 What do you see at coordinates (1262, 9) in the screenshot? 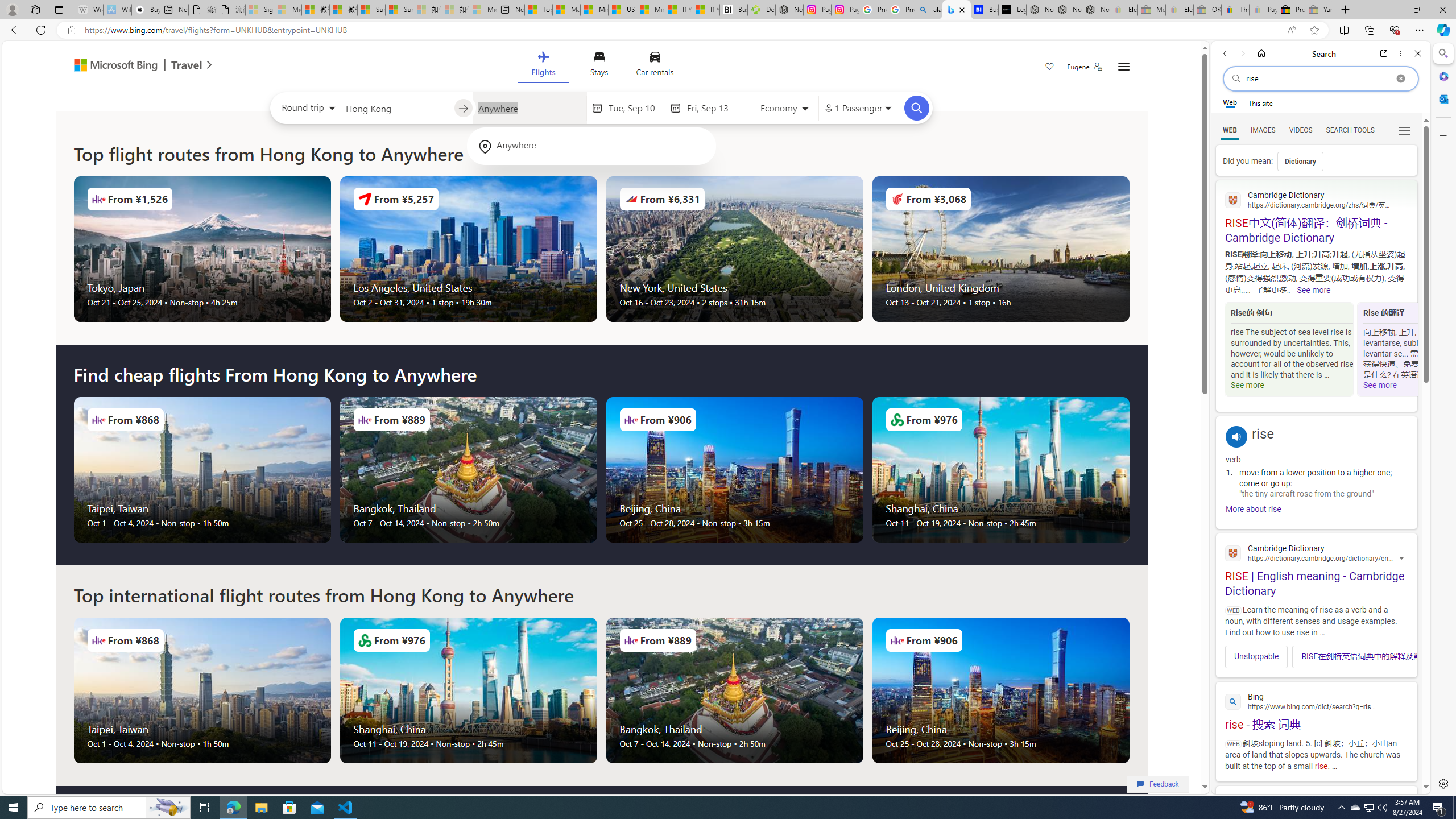
I see `'Payments Terms of Use | eBay.com - Sleeping'` at bounding box center [1262, 9].